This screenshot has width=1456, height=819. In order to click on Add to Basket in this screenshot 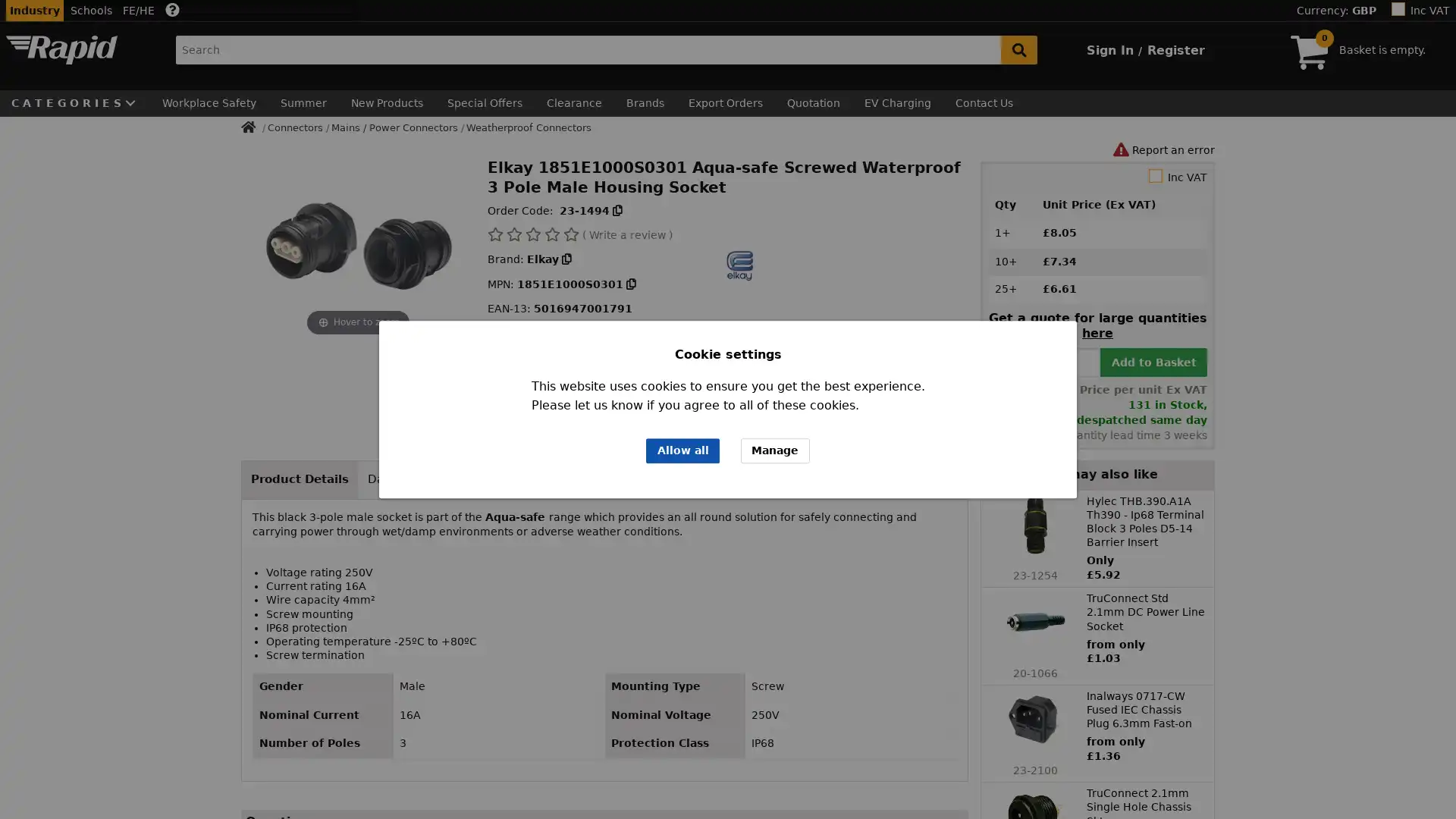, I will do `click(1153, 362)`.